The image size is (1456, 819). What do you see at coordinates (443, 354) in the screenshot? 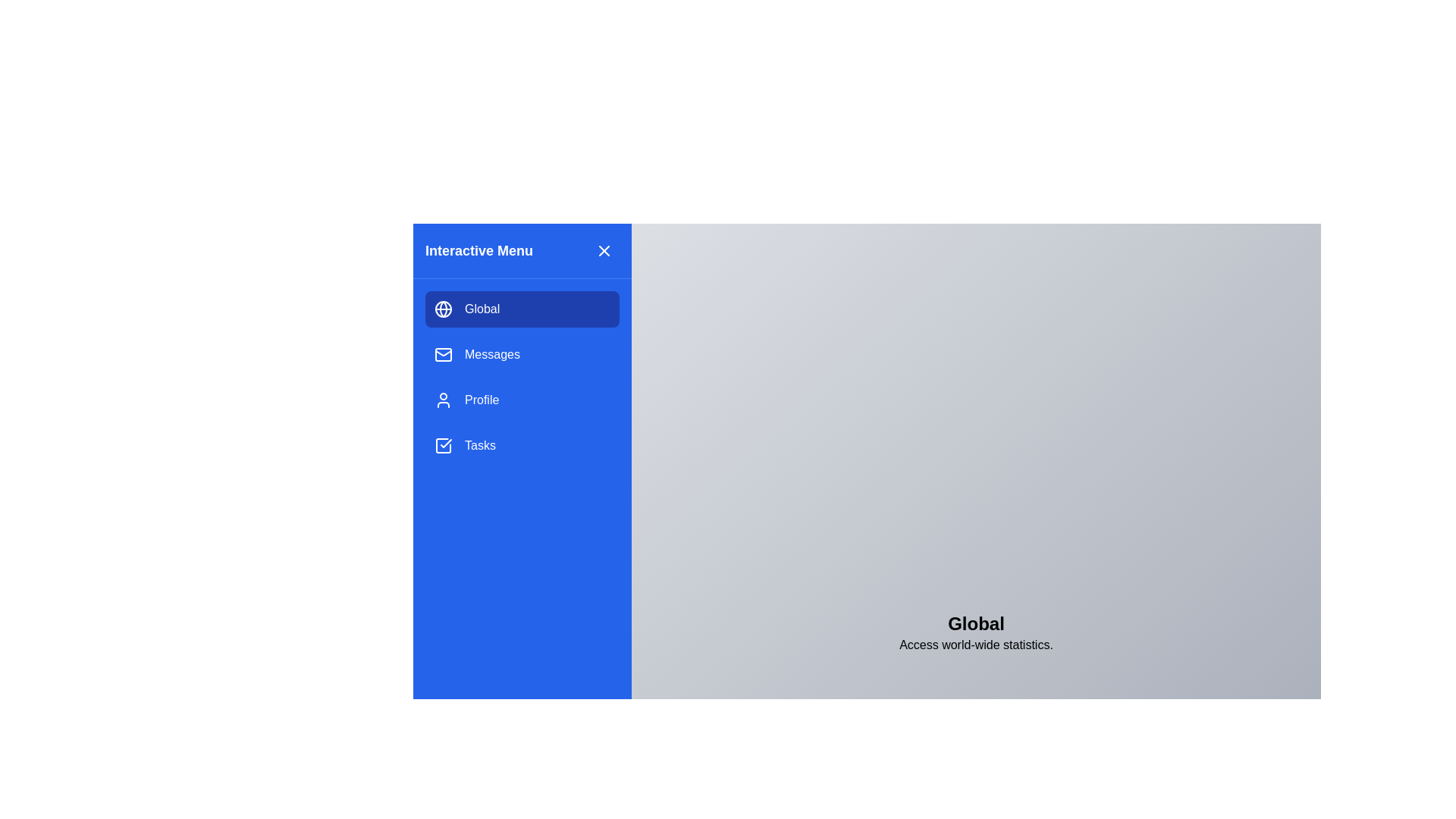
I see `the appearance of the inner rectangular part of the envelope icon in the second row of the navigation menu on the left vertical panel` at bounding box center [443, 354].